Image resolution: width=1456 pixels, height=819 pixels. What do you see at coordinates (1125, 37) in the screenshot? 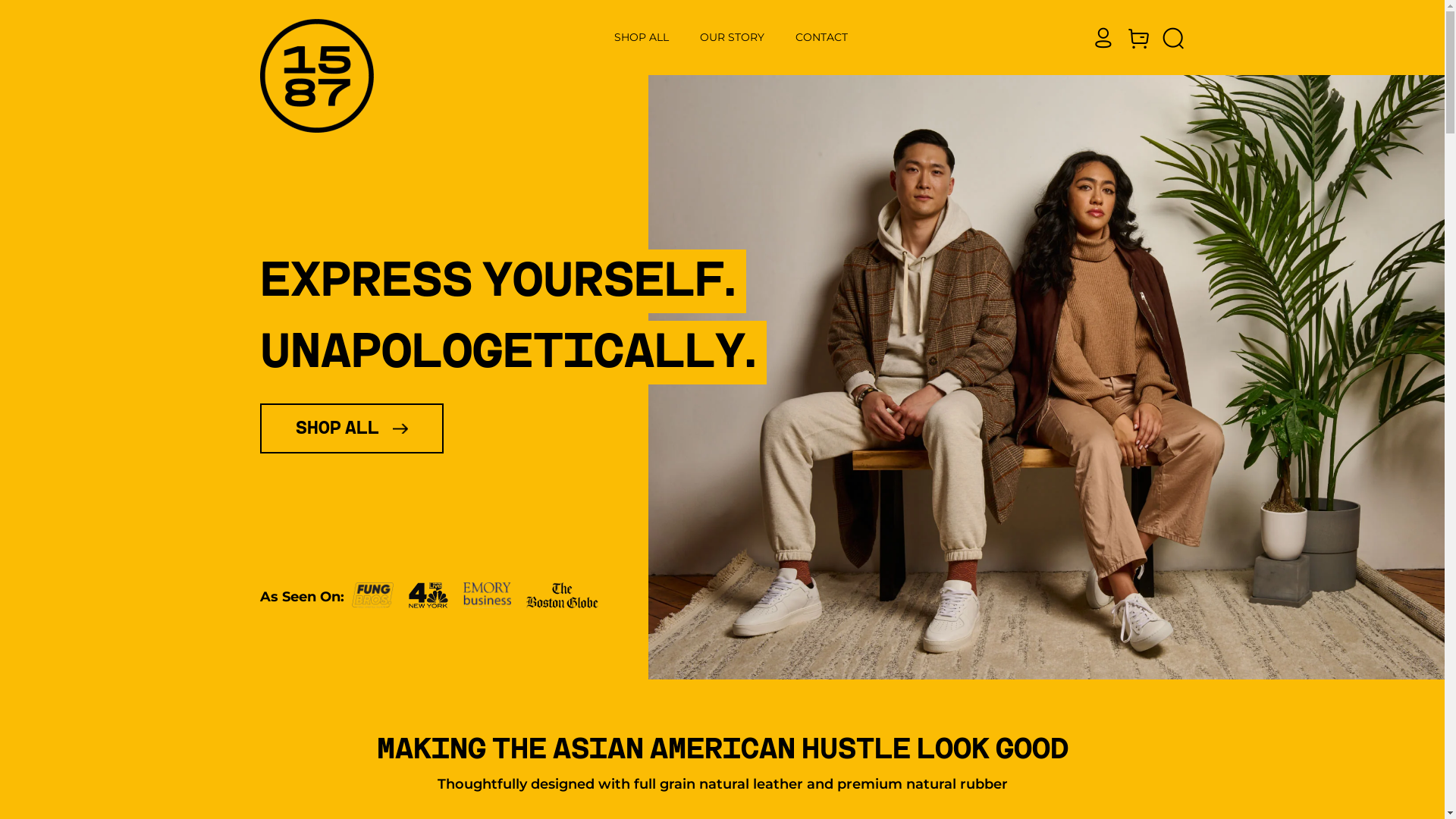
I see `'Cart'` at bounding box center [1125, 37].